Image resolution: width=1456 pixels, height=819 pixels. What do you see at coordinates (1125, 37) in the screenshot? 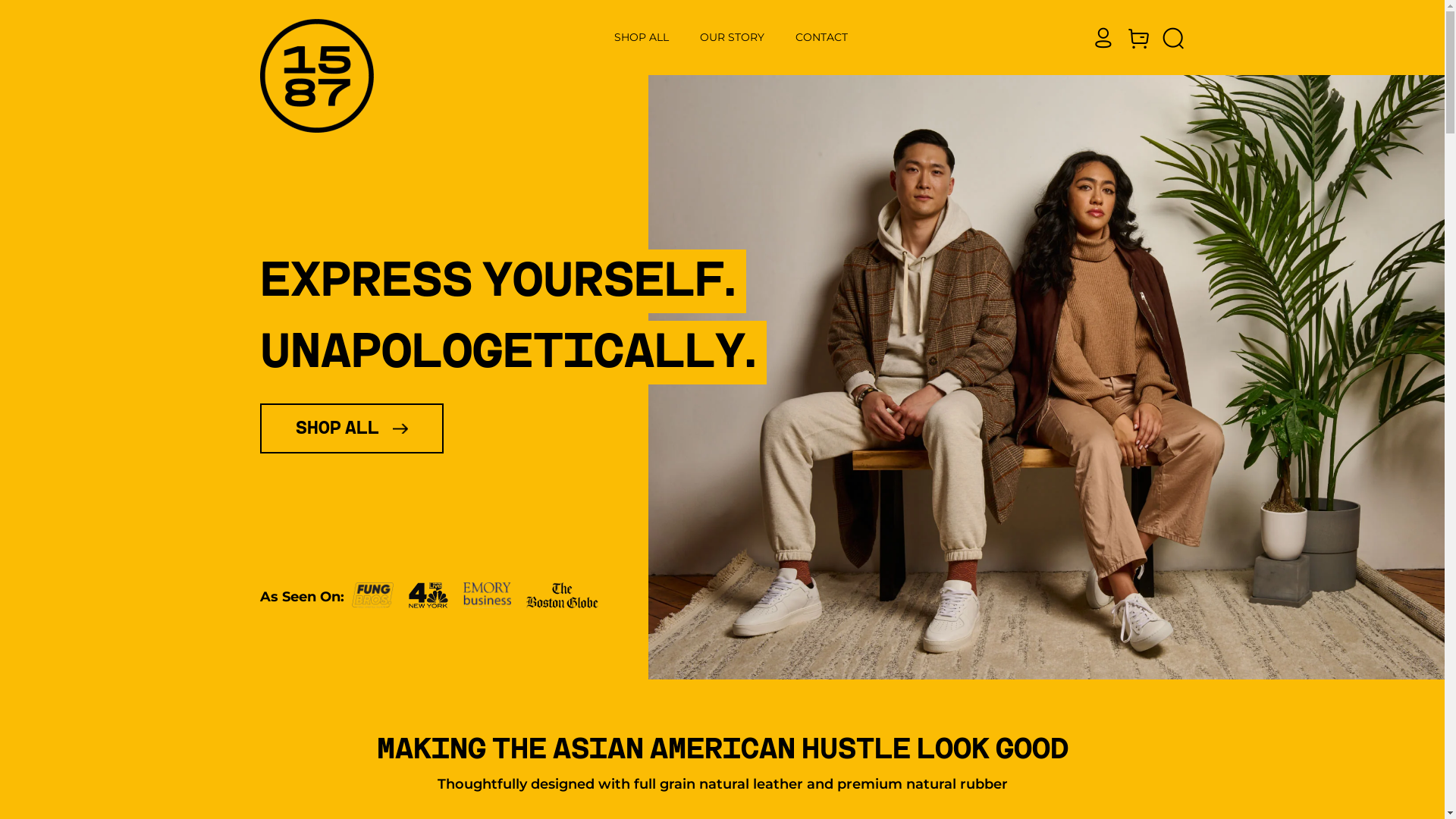
I see `'Cart'` at bounding box center [1125, 37].